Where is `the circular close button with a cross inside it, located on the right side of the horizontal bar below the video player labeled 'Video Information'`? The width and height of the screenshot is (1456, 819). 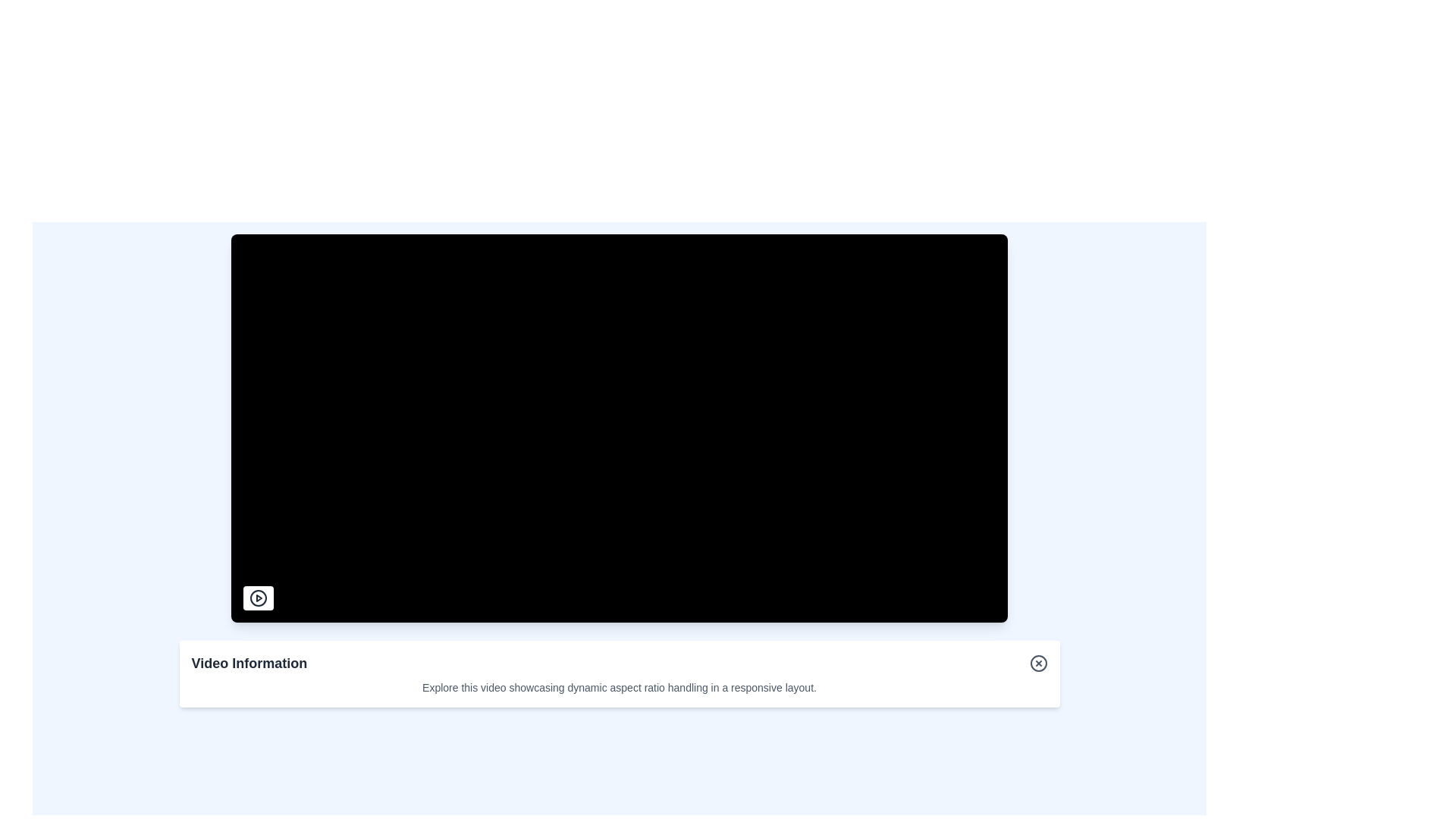 the circular close button with a cross inside it, located on the right side of the horizontal bar below the video player labeled 'Video Information' is located at coordinates (1037, 663).